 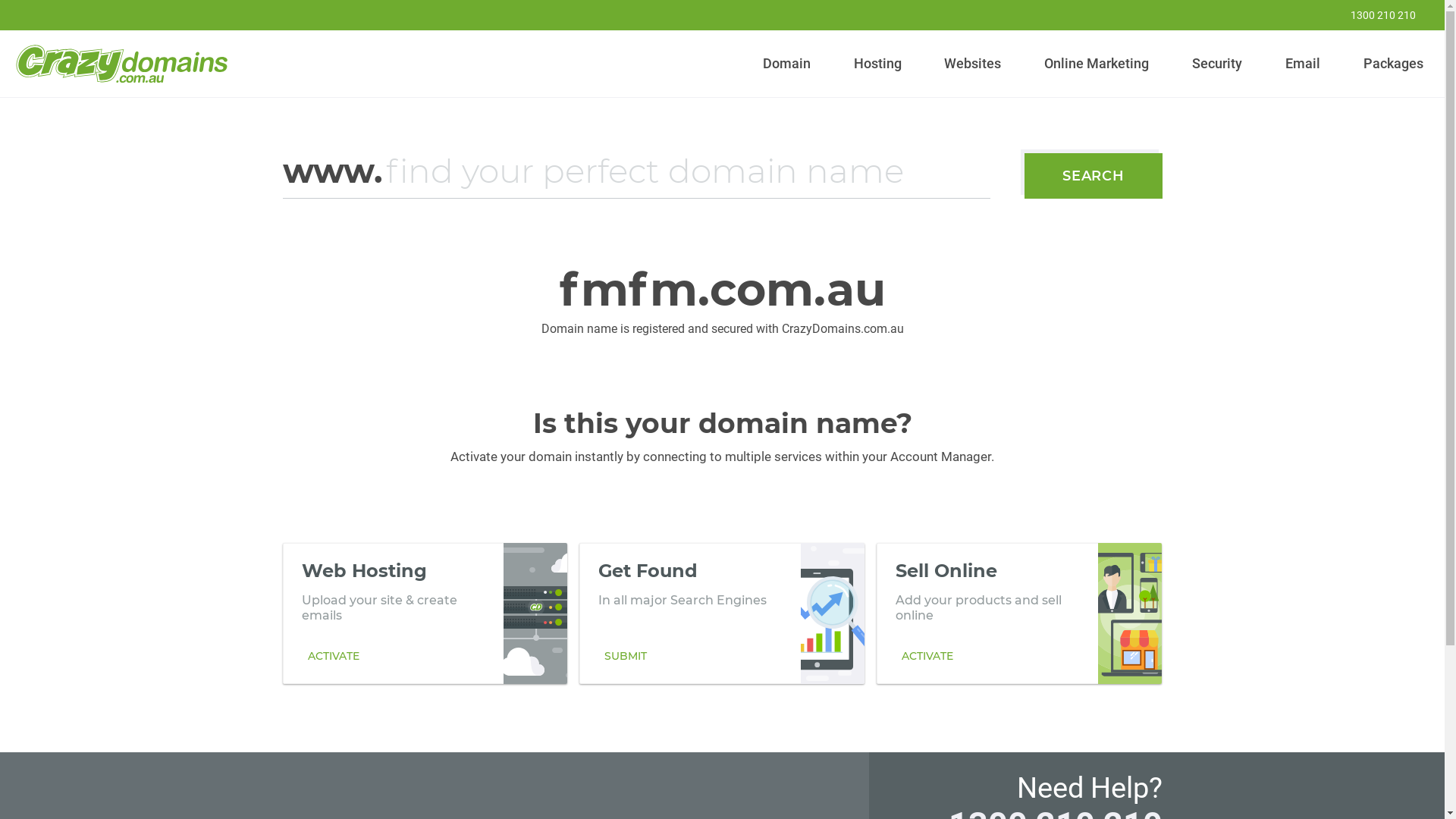 What do you see at coordinates (1019, 613) in the screenshot?
I see `'Sell Online` at bounding box center [1019, 613].